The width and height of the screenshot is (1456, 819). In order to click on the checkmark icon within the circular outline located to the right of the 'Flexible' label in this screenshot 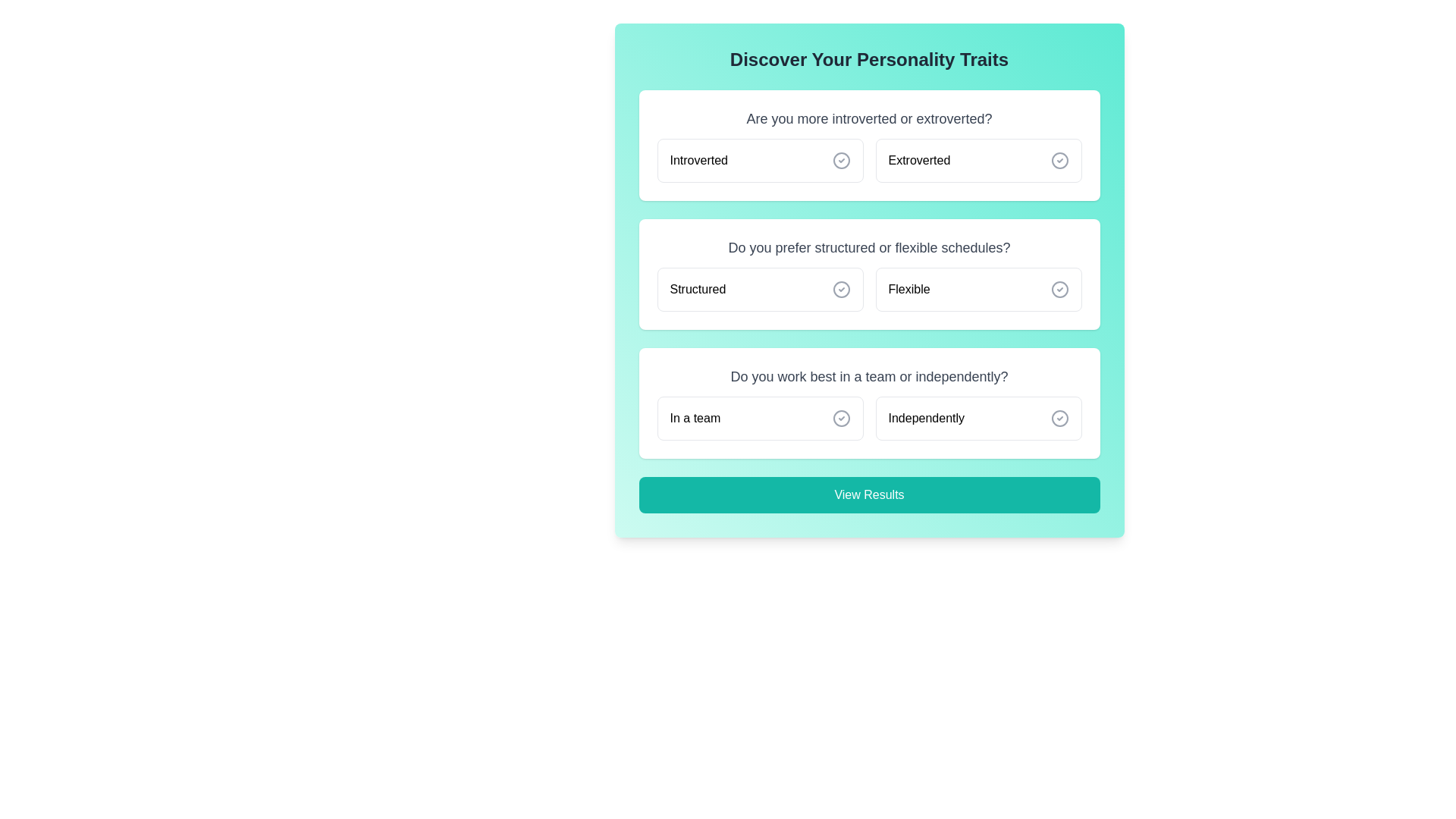, I will do `click(1059, 289)`.